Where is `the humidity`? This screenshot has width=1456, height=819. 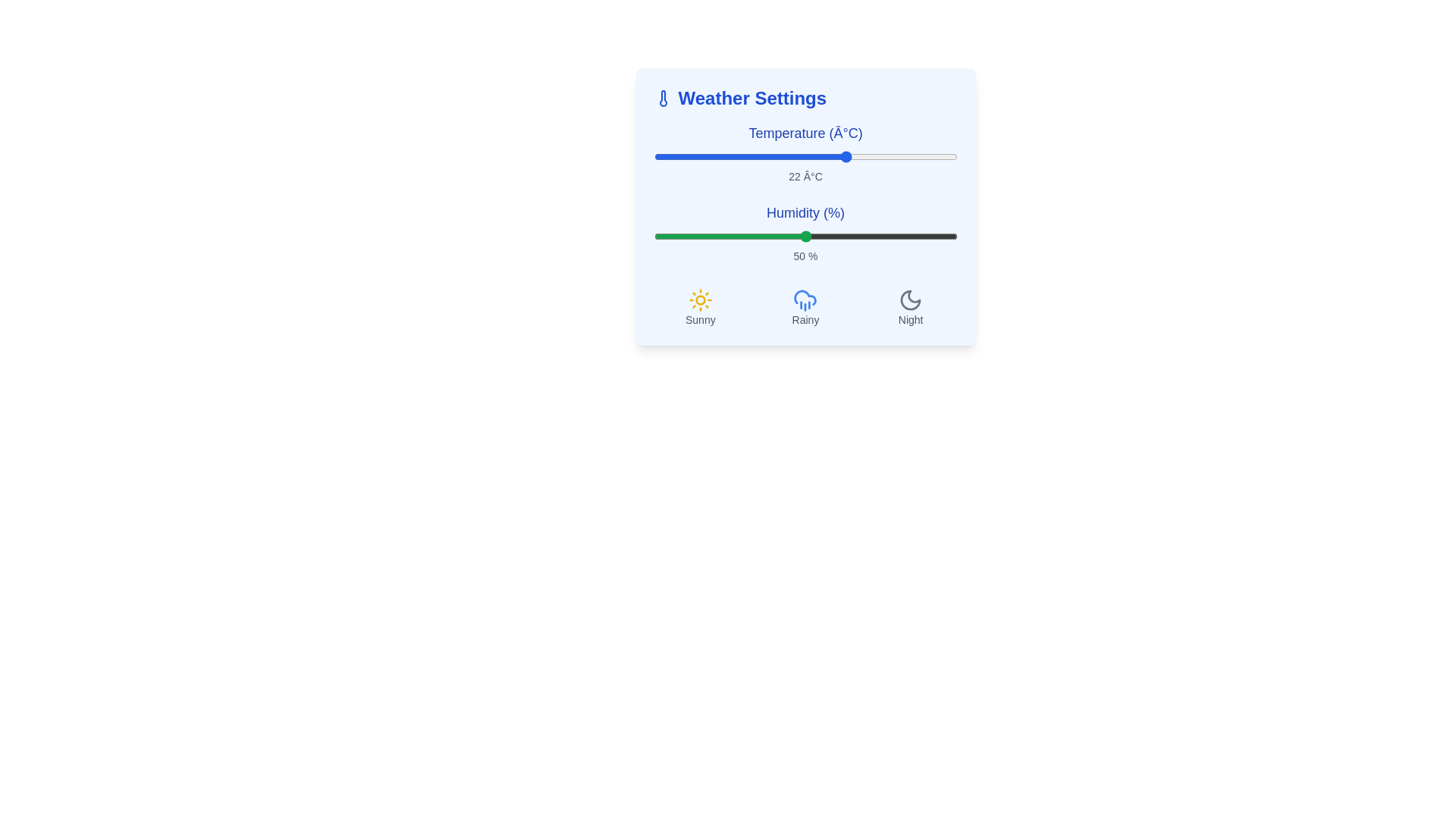
the humidity is located at coordinates (899, 237).